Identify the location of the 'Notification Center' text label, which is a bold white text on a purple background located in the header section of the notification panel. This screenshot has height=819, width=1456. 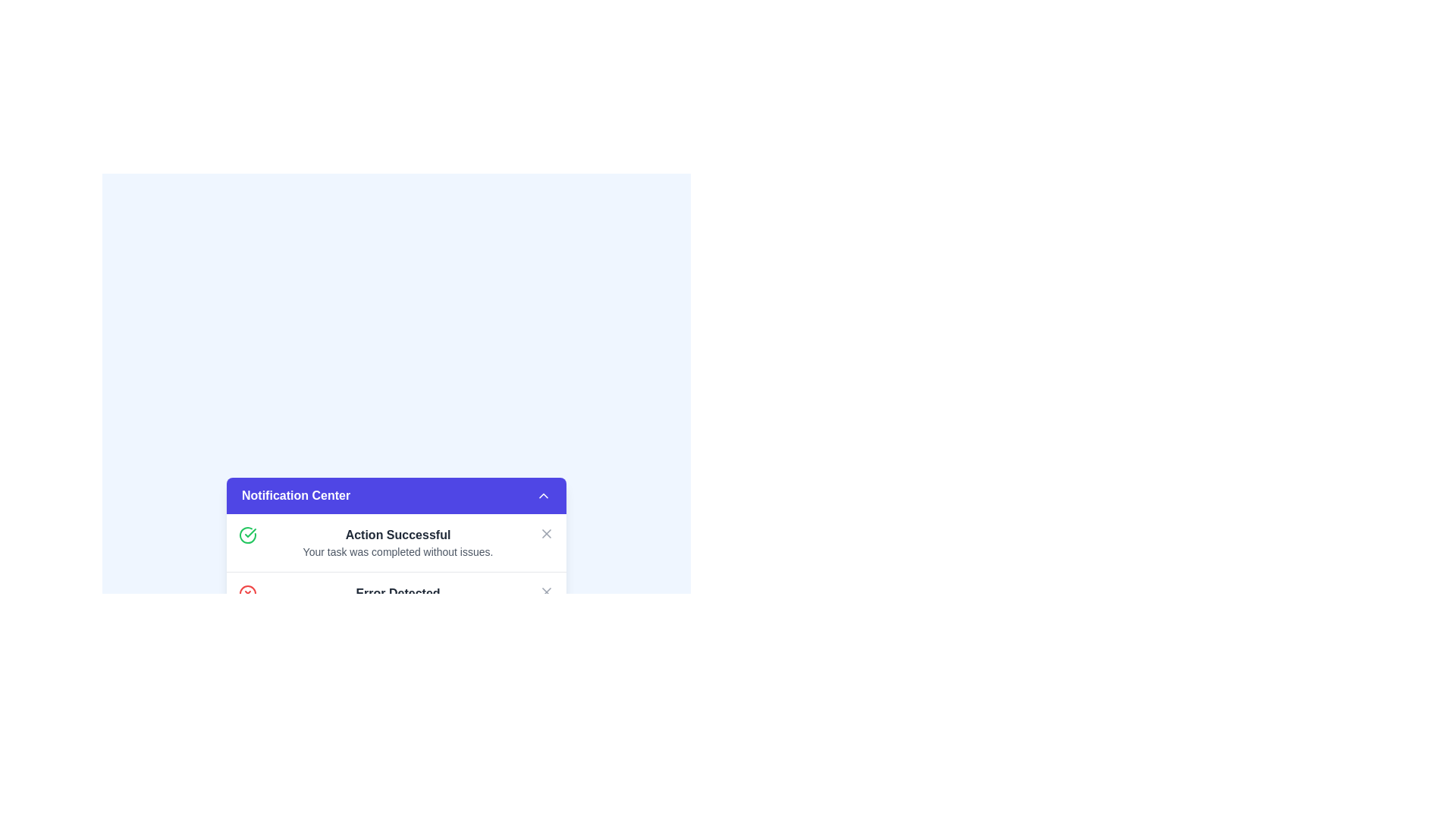
(296, 496).